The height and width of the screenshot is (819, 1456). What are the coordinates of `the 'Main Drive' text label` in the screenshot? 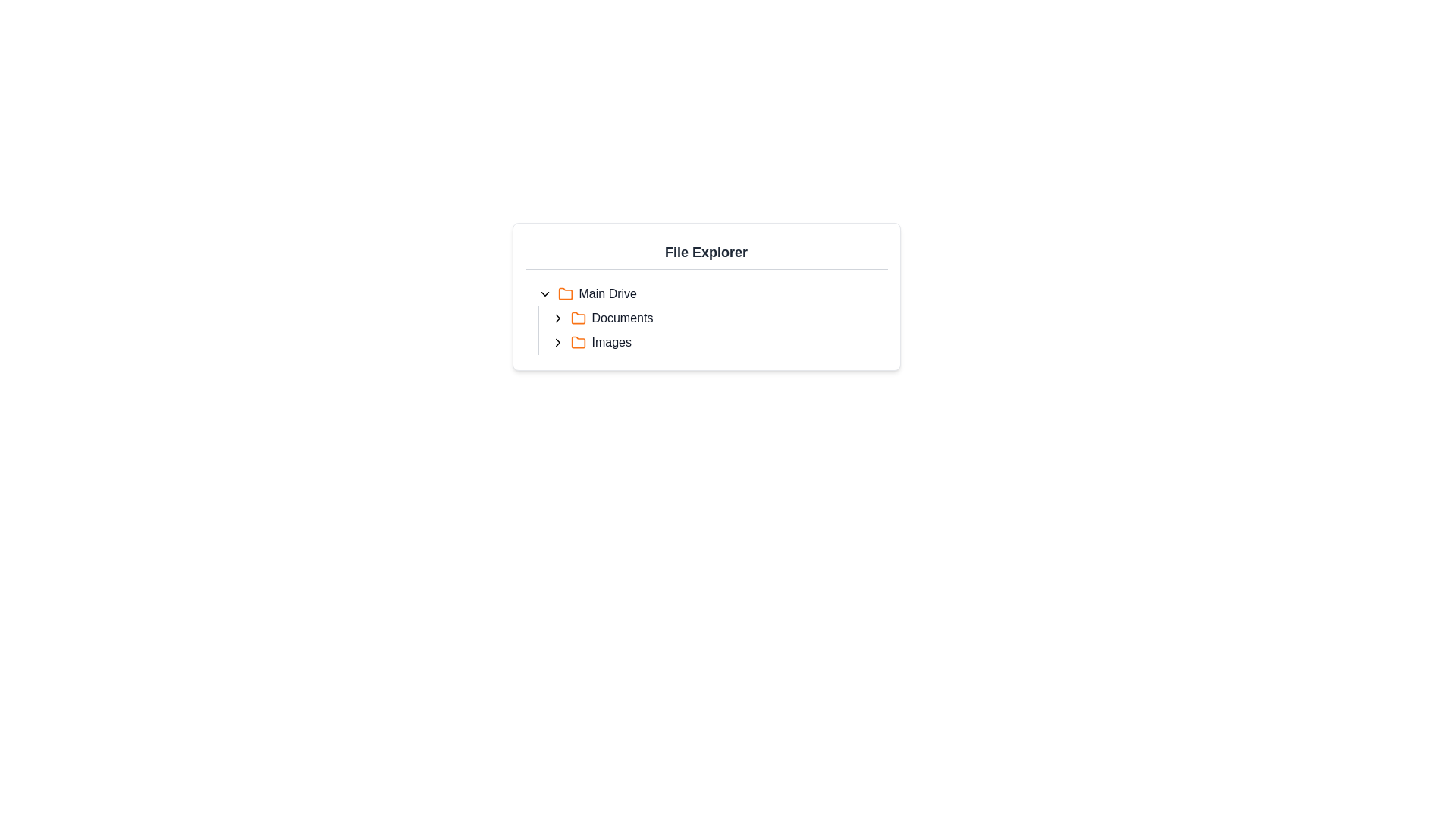 It's located at (607, 294).